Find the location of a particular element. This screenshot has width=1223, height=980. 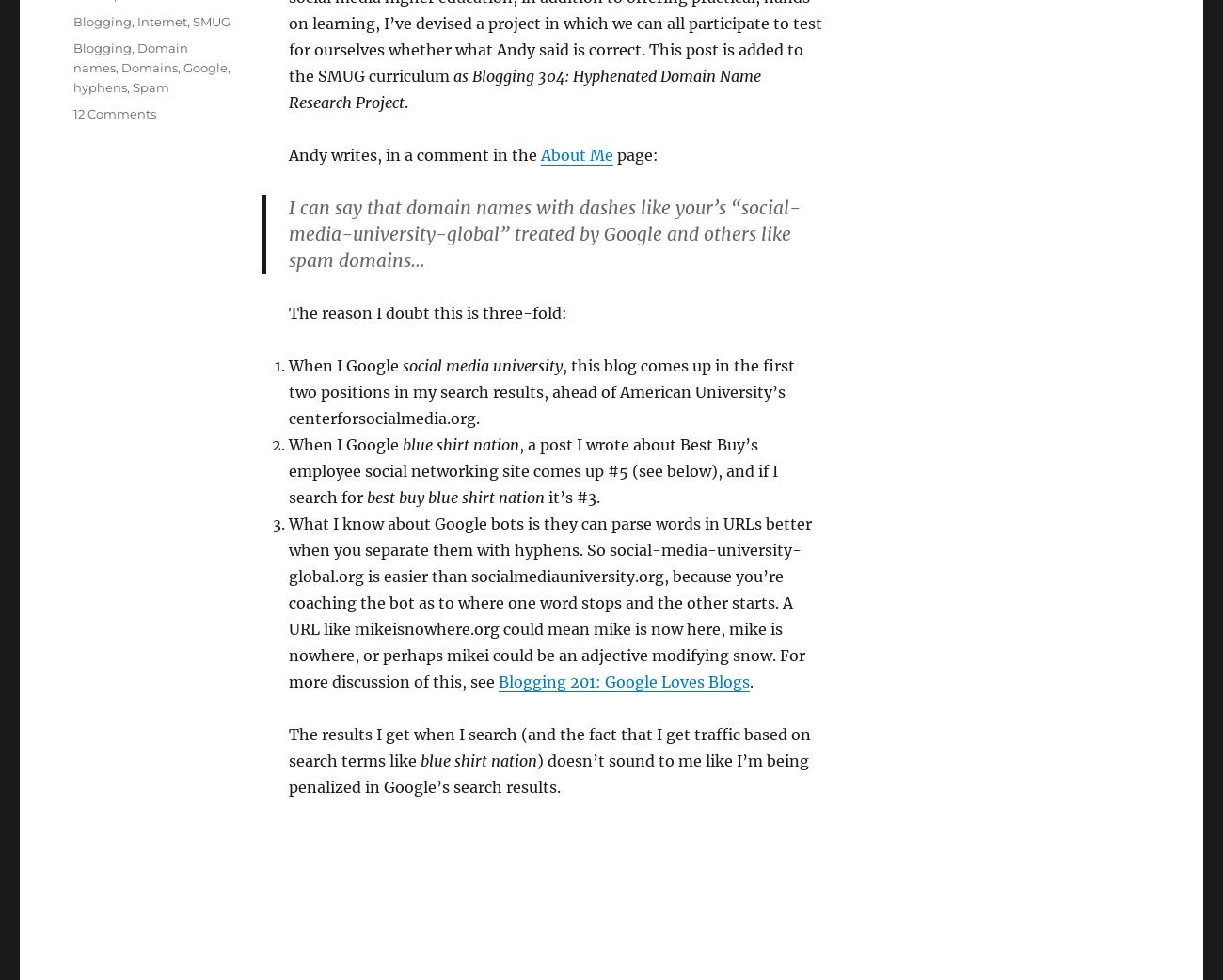

'12 Comments' is located at coordinates (113, 113).